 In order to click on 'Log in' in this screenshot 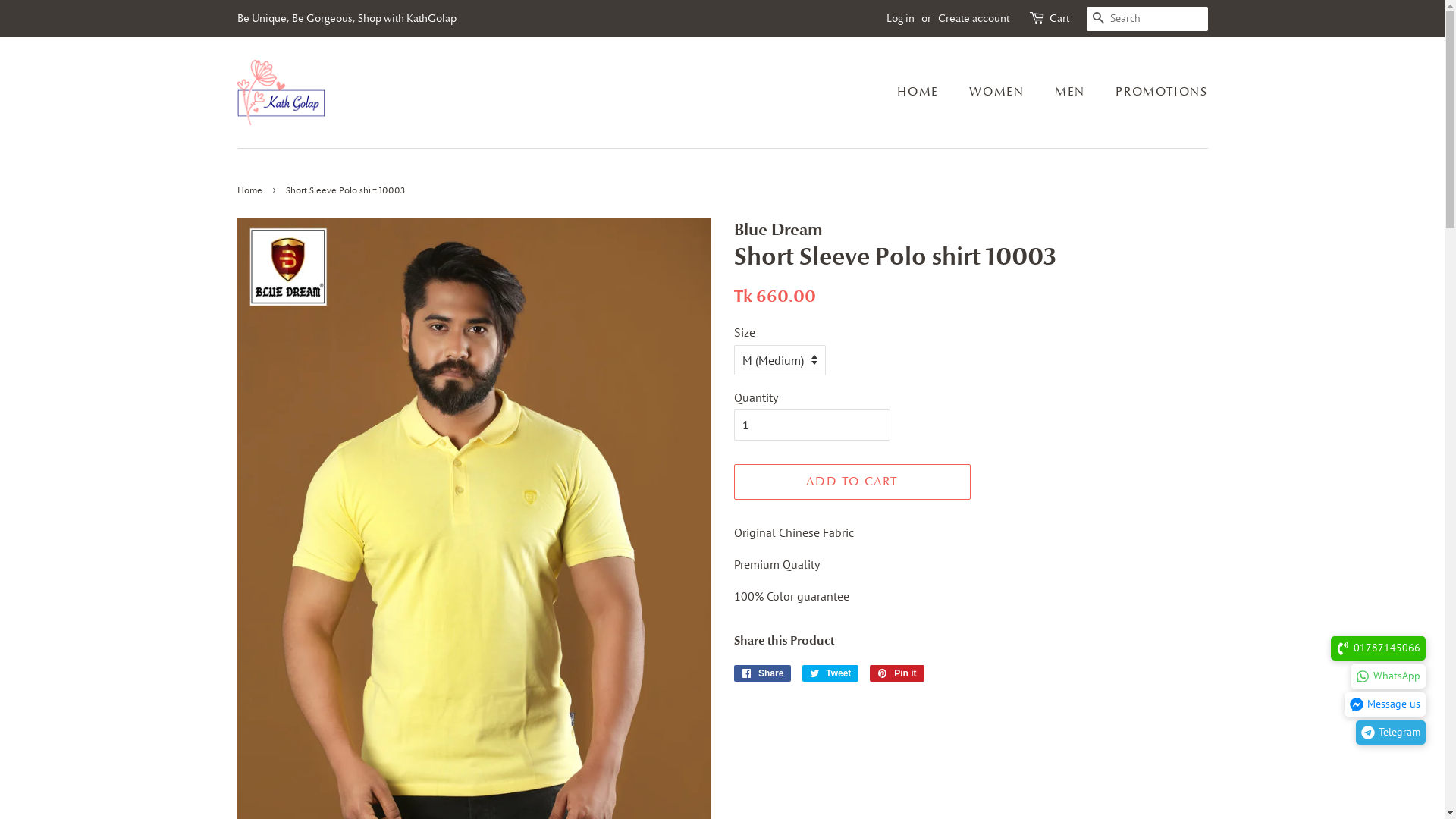, I will do `click(885, 17)`.